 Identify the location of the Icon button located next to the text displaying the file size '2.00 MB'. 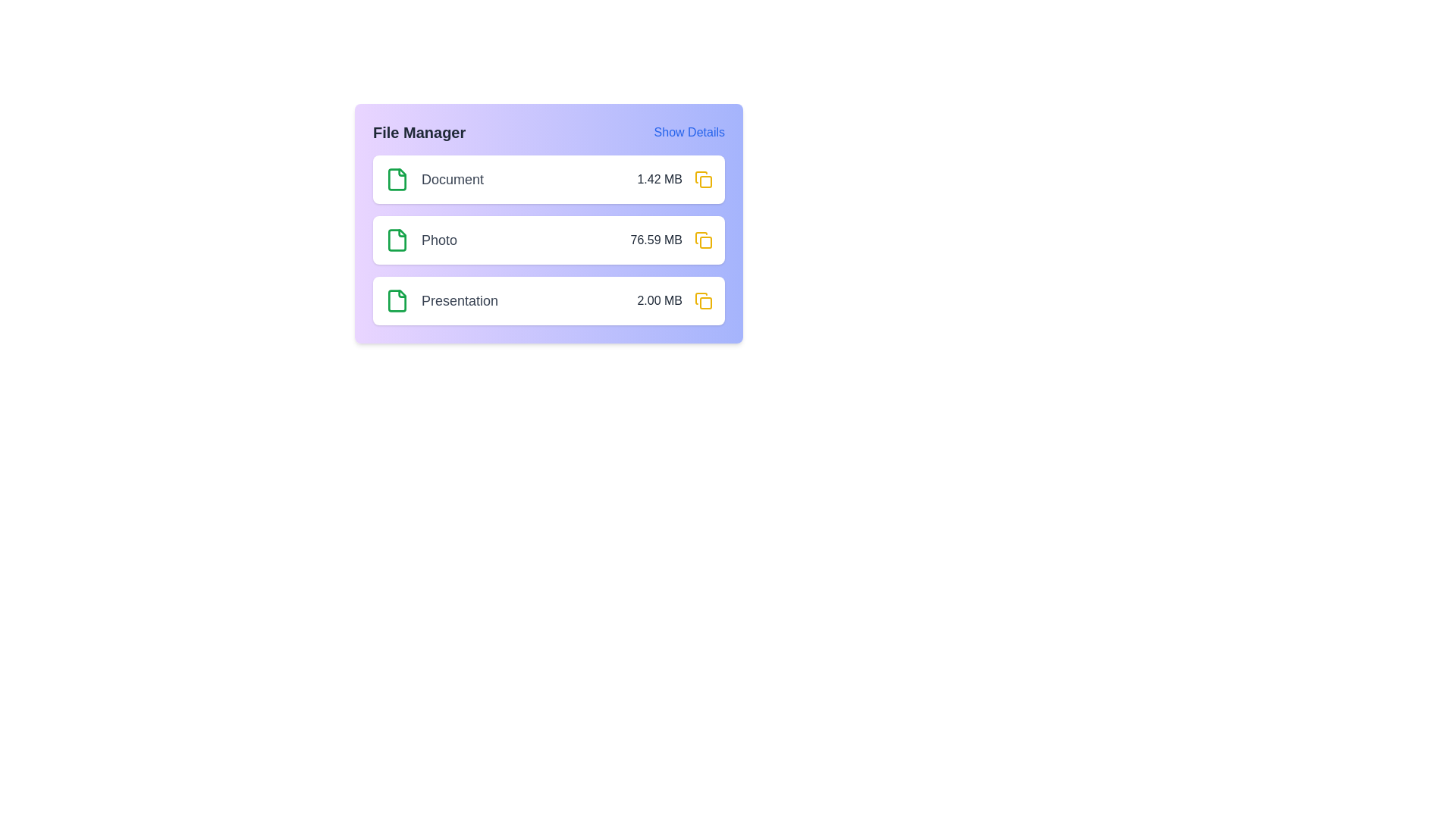
(702, 301).